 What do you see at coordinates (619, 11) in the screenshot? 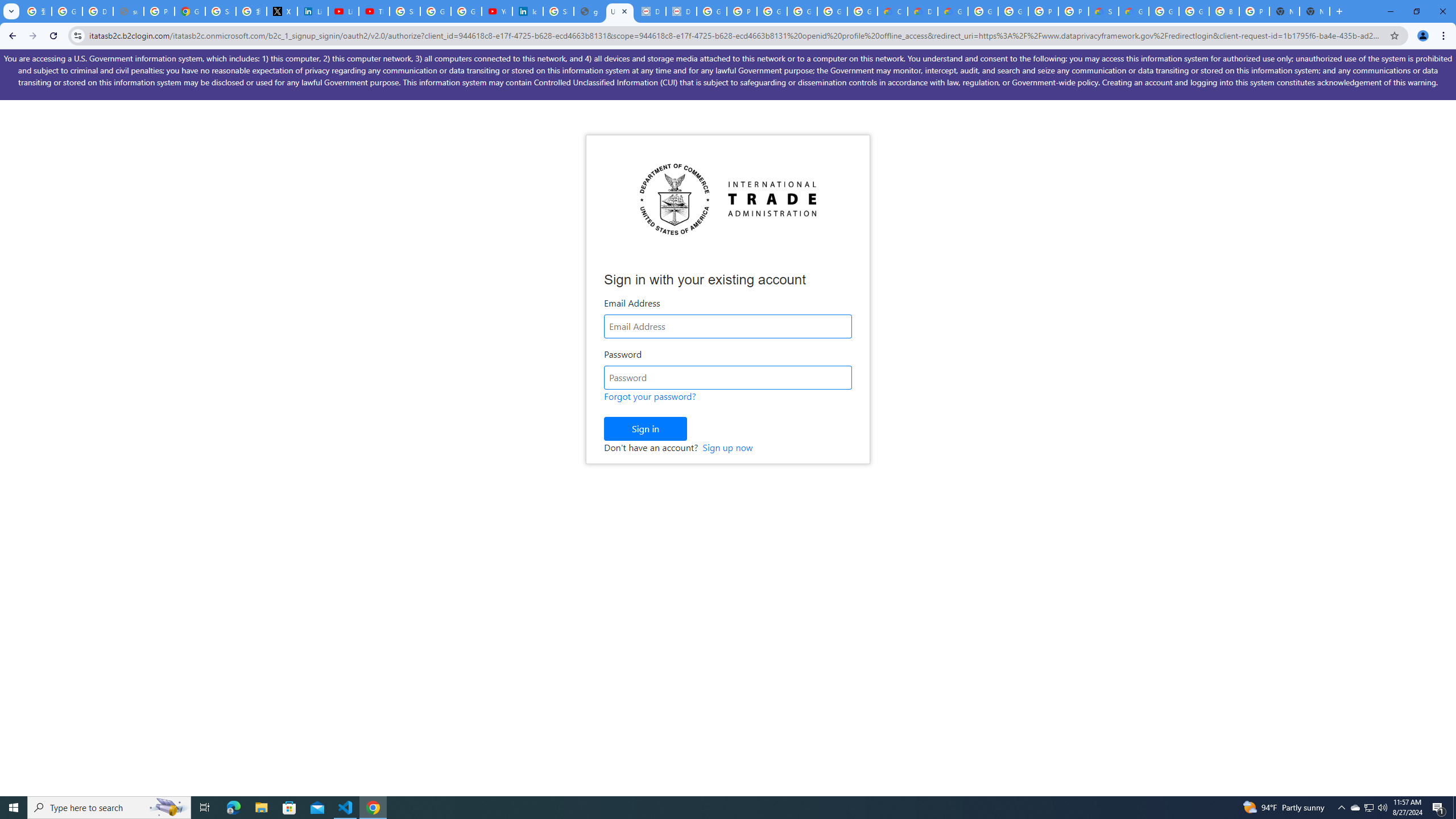
I see `'User Details'` at bounding box center [619, 11].